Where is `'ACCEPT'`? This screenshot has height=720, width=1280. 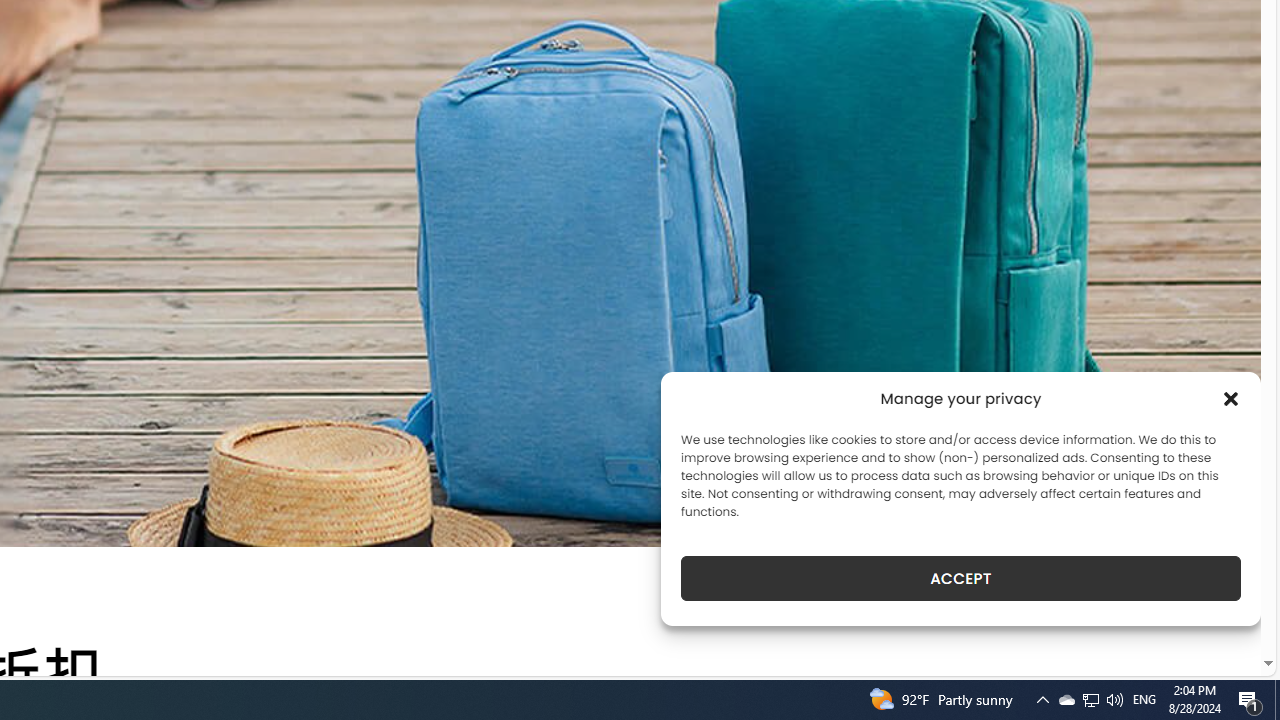
'ACCEPT' is located at coordinates (961, 578).